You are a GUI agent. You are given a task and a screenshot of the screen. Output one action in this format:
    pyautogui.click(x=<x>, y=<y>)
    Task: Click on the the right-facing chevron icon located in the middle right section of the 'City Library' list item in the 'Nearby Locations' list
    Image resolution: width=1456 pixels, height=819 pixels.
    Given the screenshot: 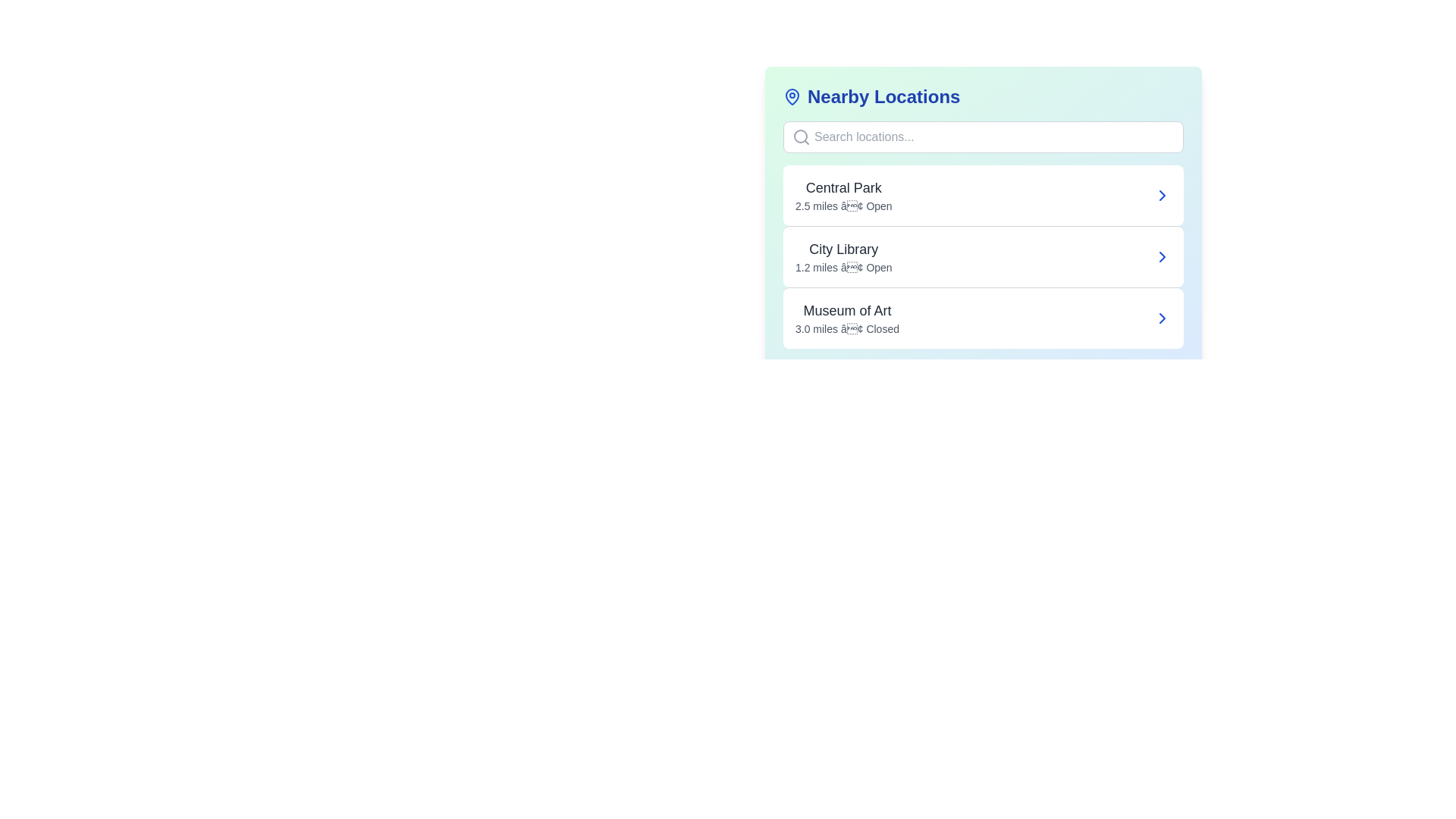 What is the action you would take?
    pyautogui.click(x=1161, y=256)
    